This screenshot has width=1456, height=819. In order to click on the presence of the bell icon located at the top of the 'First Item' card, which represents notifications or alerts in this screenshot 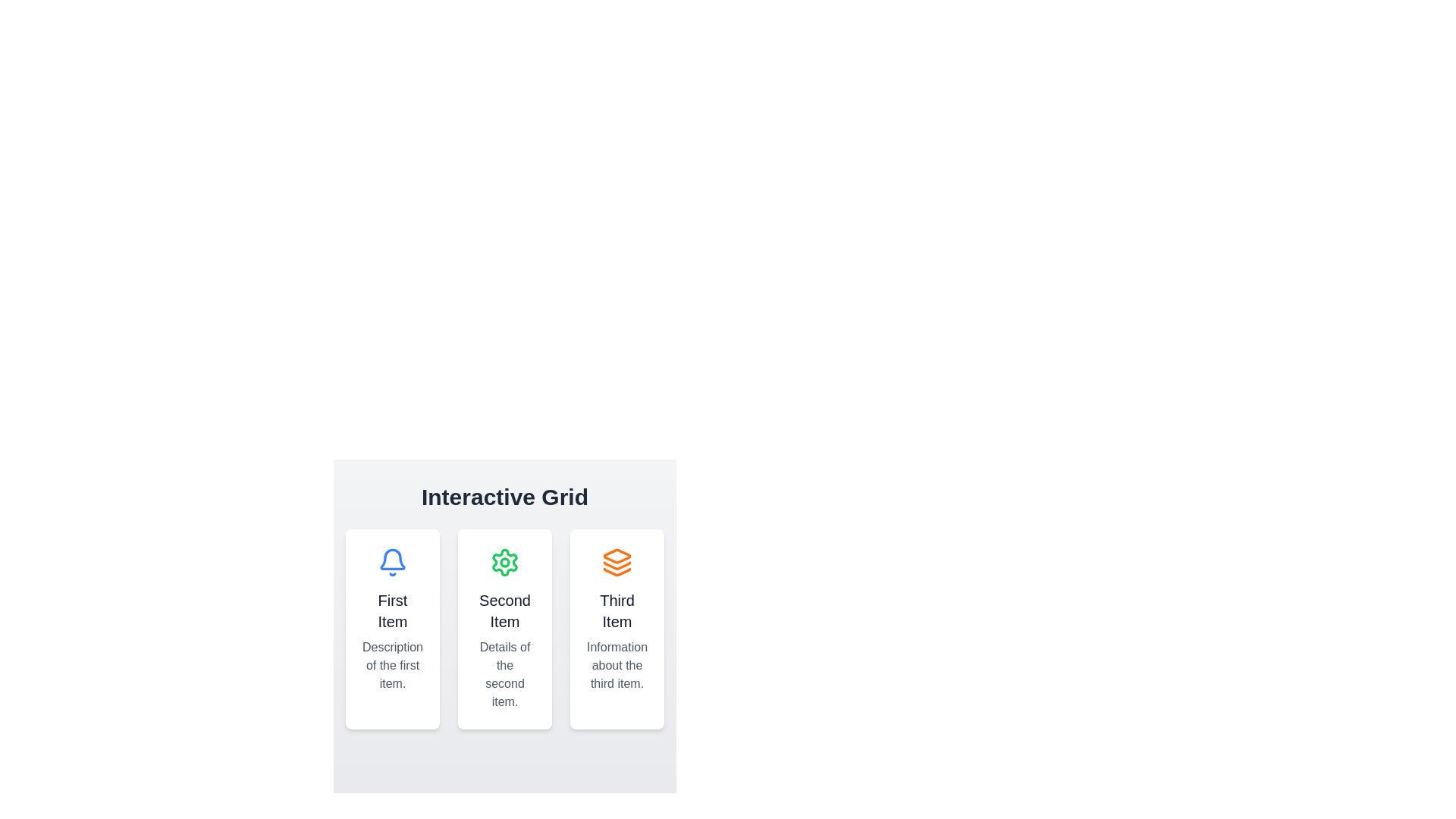, I will do `click(393, 562)`.